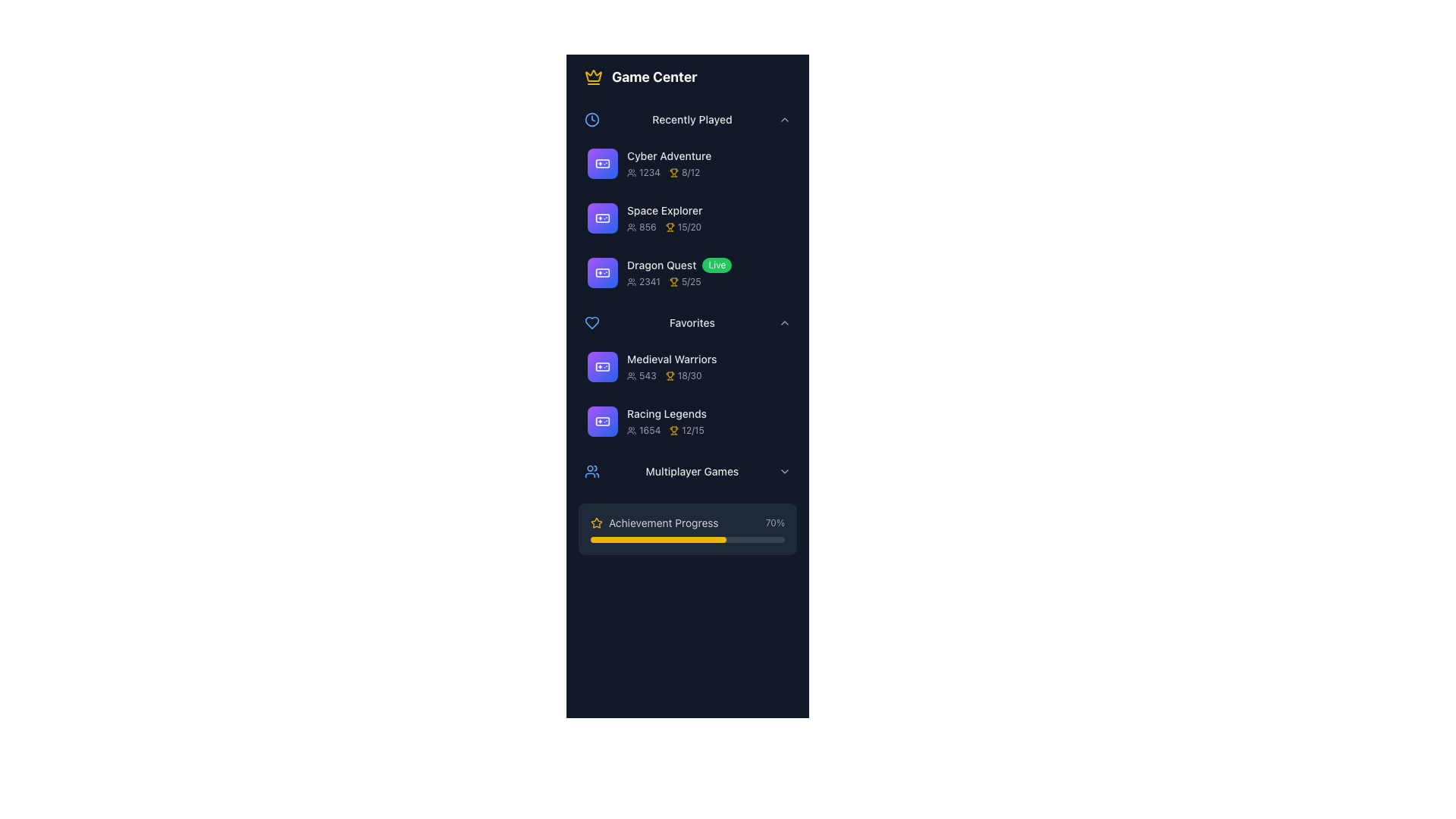 Image resolution: width=1456 pixels, height=819 pixels. What do you see at coordinates (706, 218) in the screenshot?
I see `the list item displaying the title 'Space Explorer' with statistics '856' and '15/20' in the 'Recently Played' section of the 'Game Center' interface` at bounding box center [706, 218].